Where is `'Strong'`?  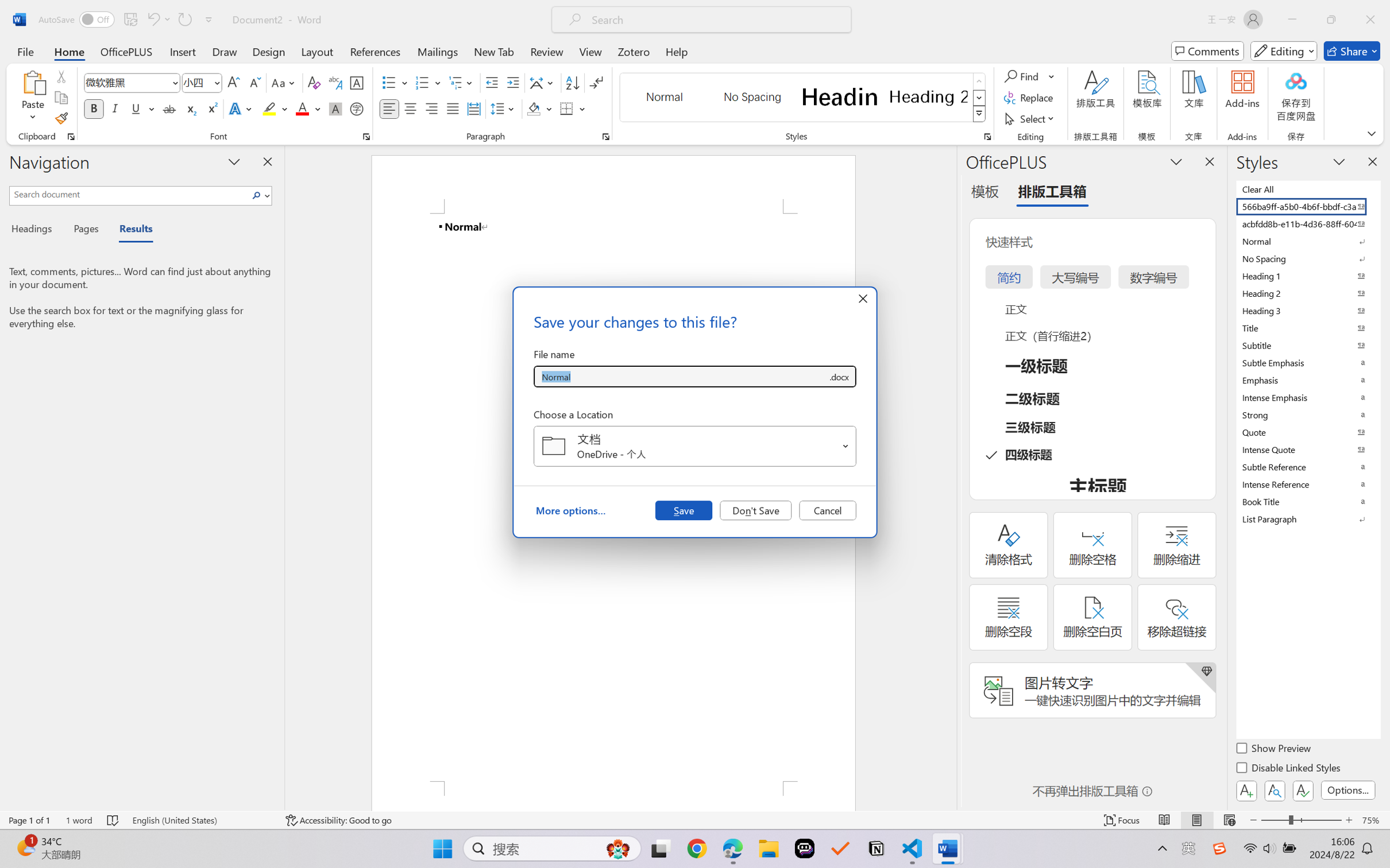 'Strong' is located at coordinates (1307, 414).